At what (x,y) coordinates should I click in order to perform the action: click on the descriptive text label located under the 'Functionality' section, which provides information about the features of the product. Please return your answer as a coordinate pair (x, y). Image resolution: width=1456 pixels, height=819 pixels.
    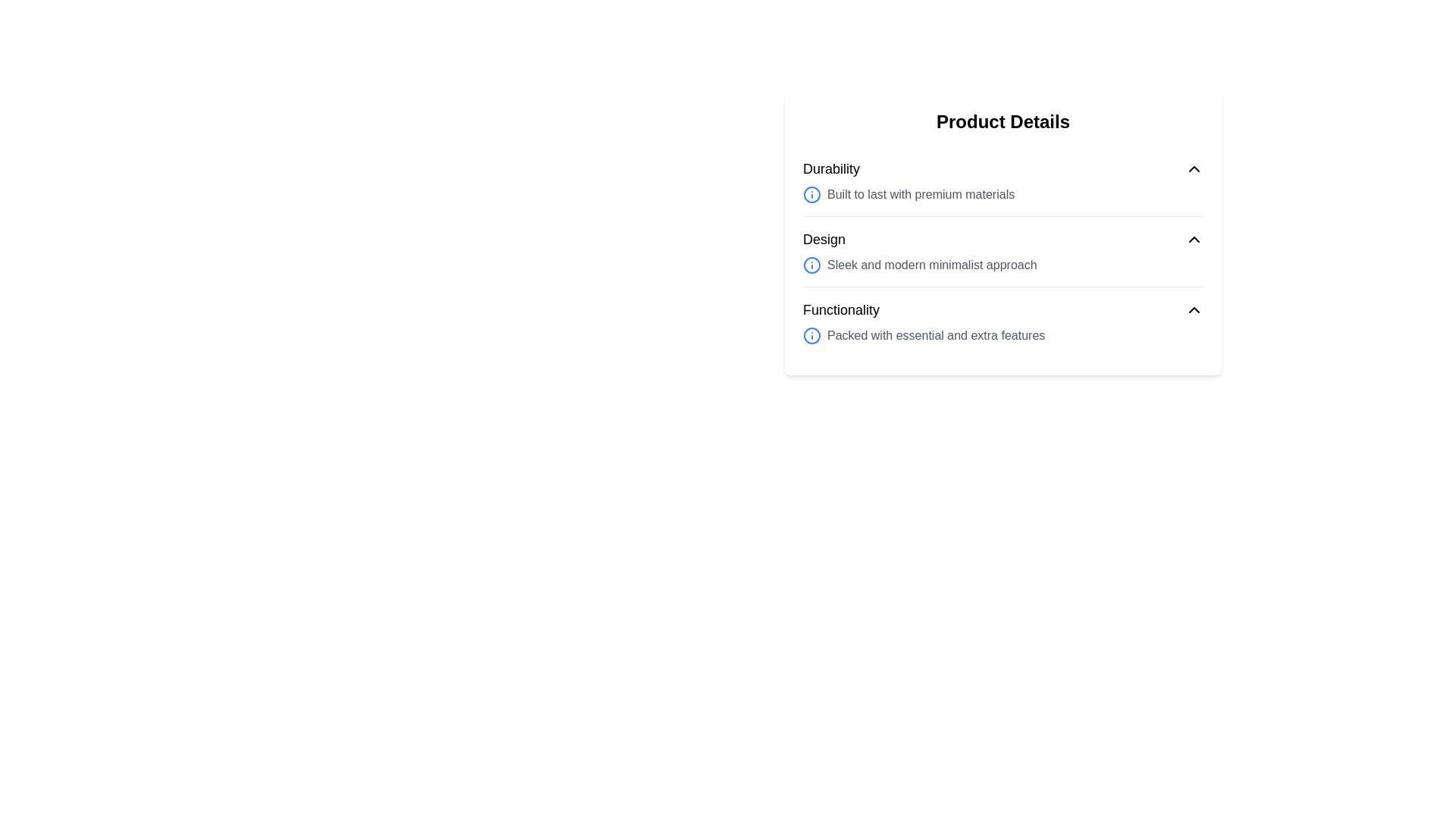
    Looking at the image, I should click on (1003, 335).